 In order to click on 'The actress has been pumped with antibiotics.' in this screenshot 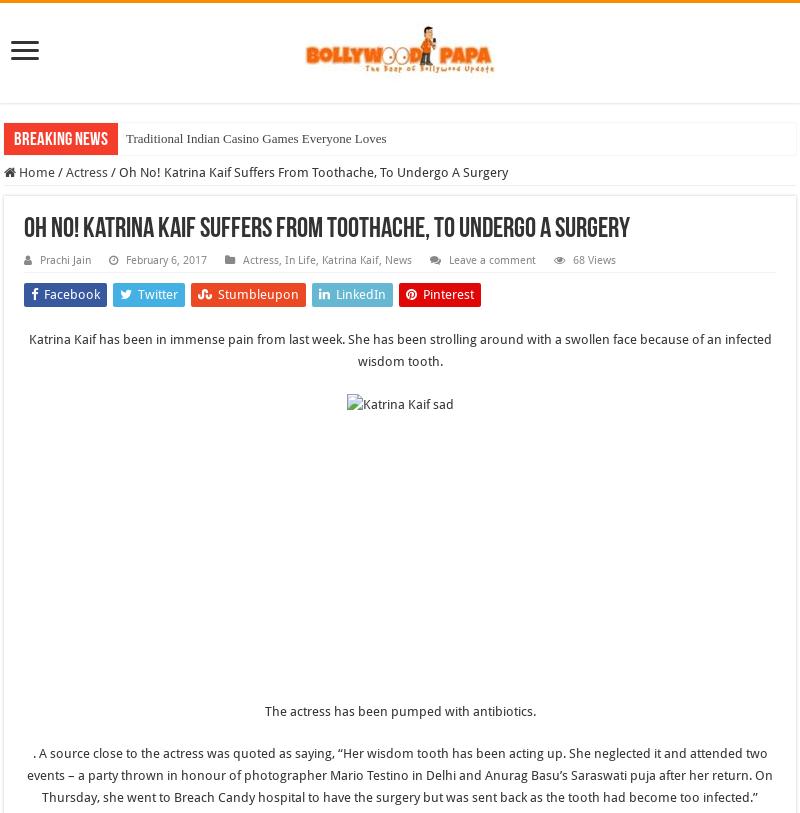, I will do `click(398, 710)`.